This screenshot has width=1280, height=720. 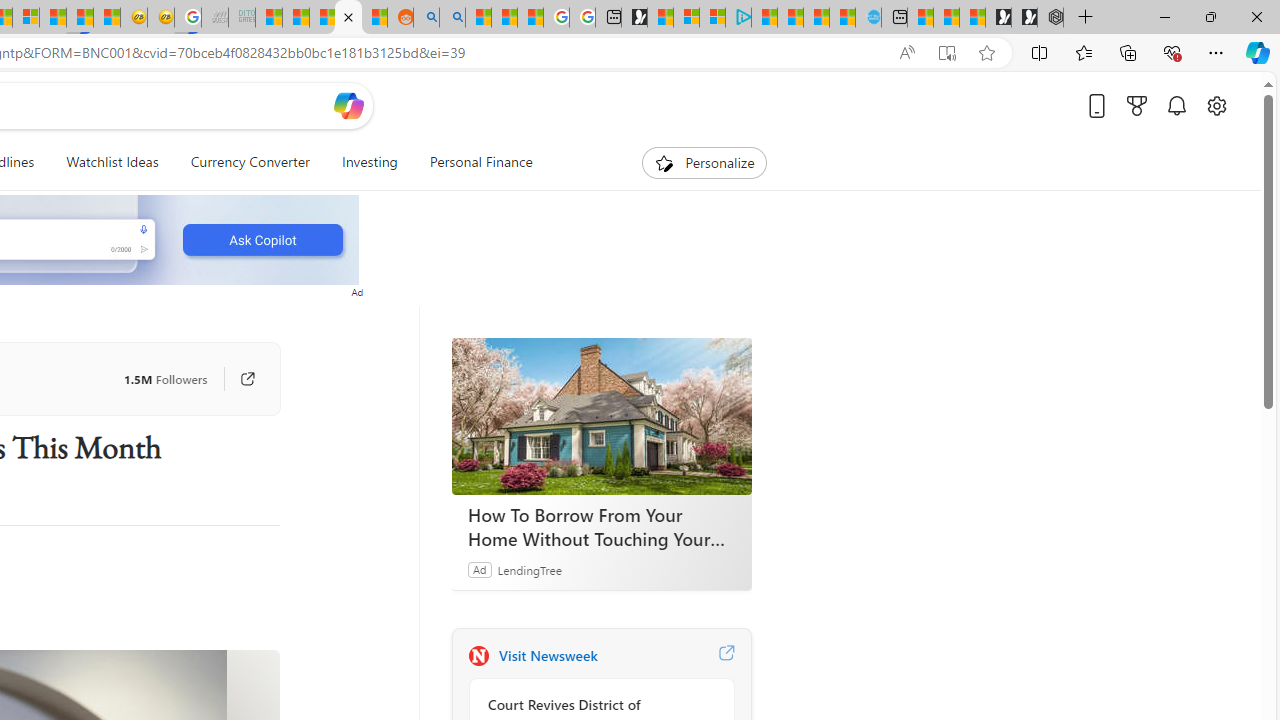 I want to click on 'Currency Converter', so click(x=249, y=162).